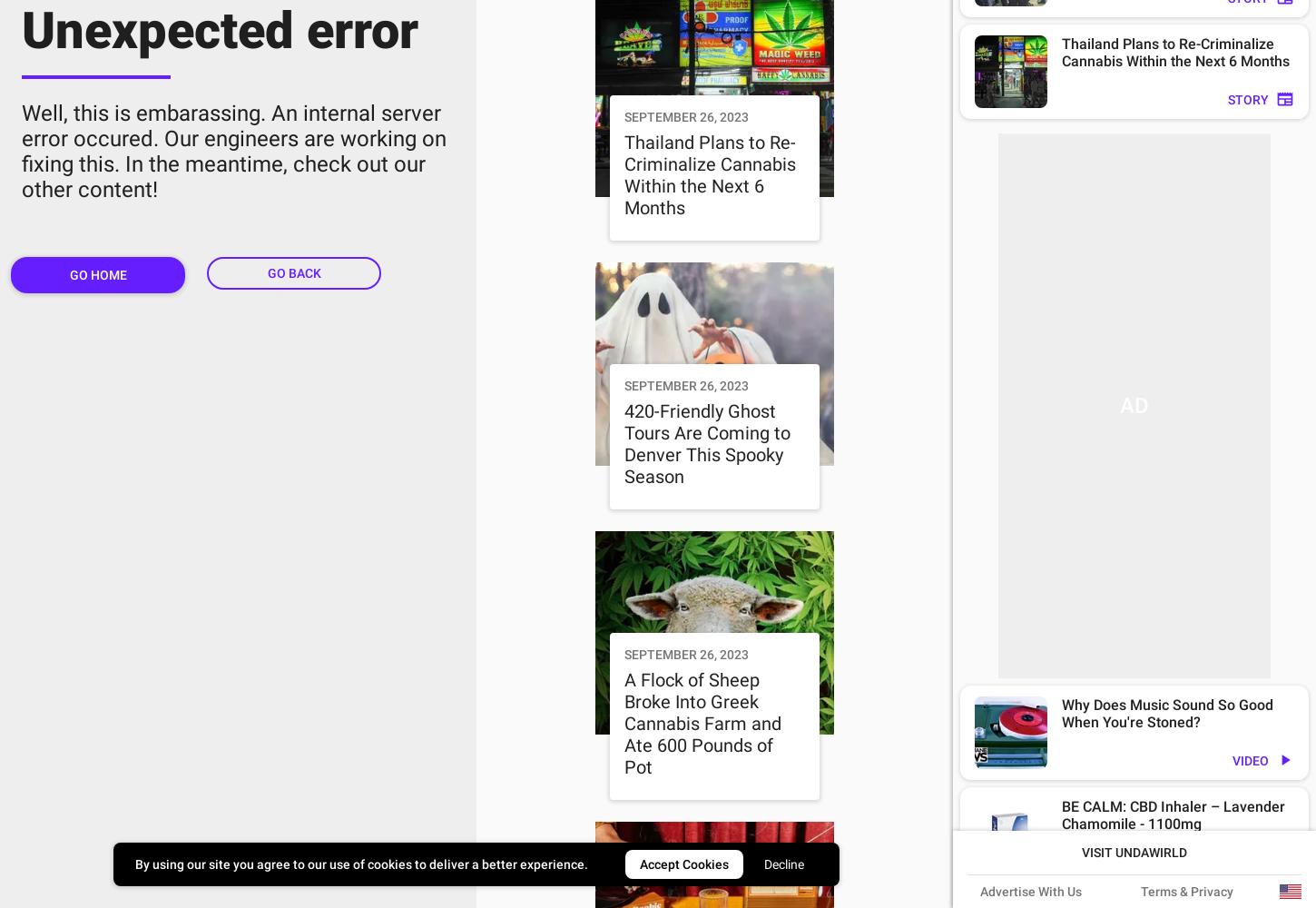 The width and height of the screenshot is (1316, 908). I want to click on 'GO HOME', so click(97, 274).